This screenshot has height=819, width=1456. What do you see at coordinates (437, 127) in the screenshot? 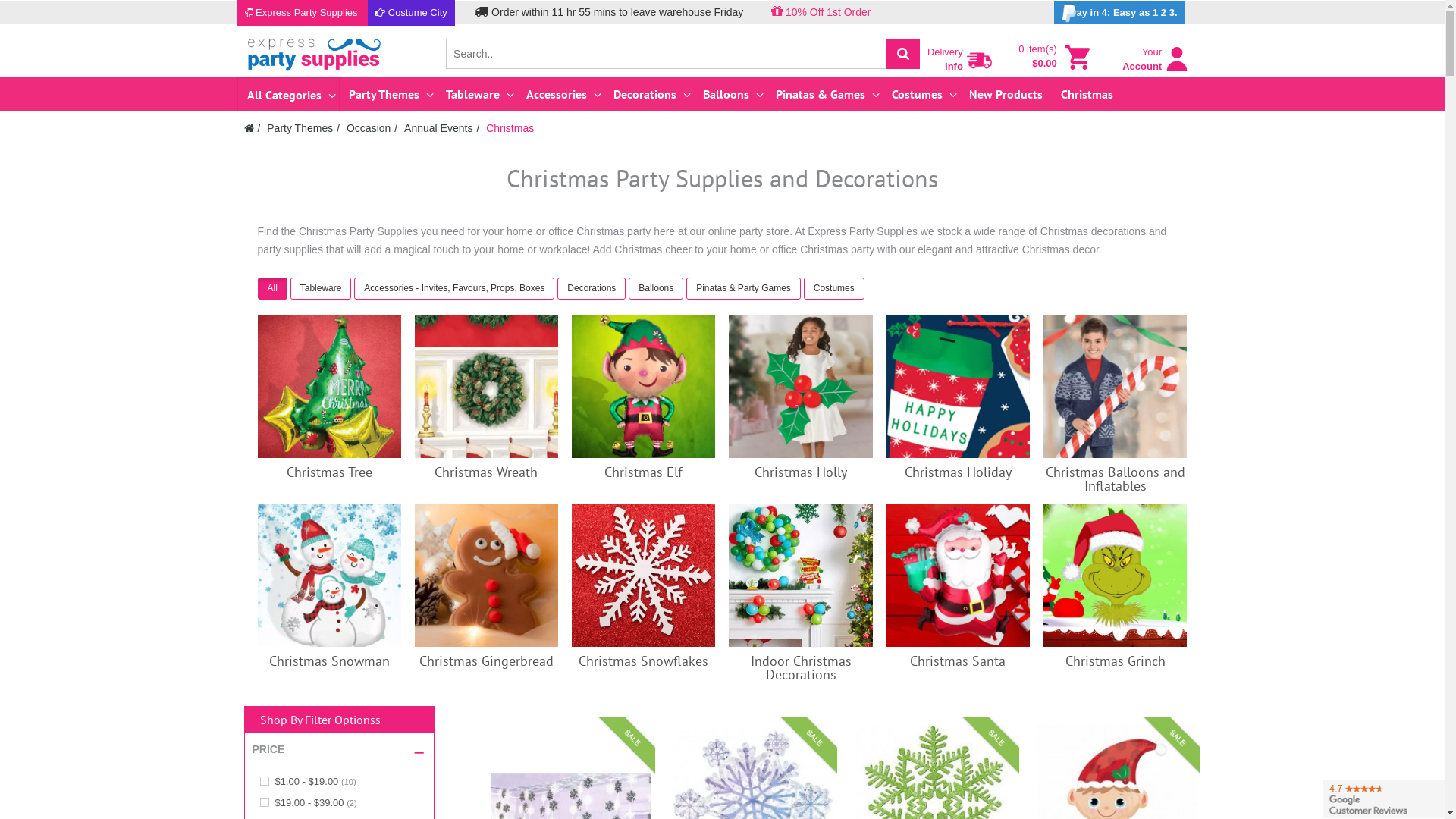
I see `'Annual Events'` at bounding box center [437, 127].